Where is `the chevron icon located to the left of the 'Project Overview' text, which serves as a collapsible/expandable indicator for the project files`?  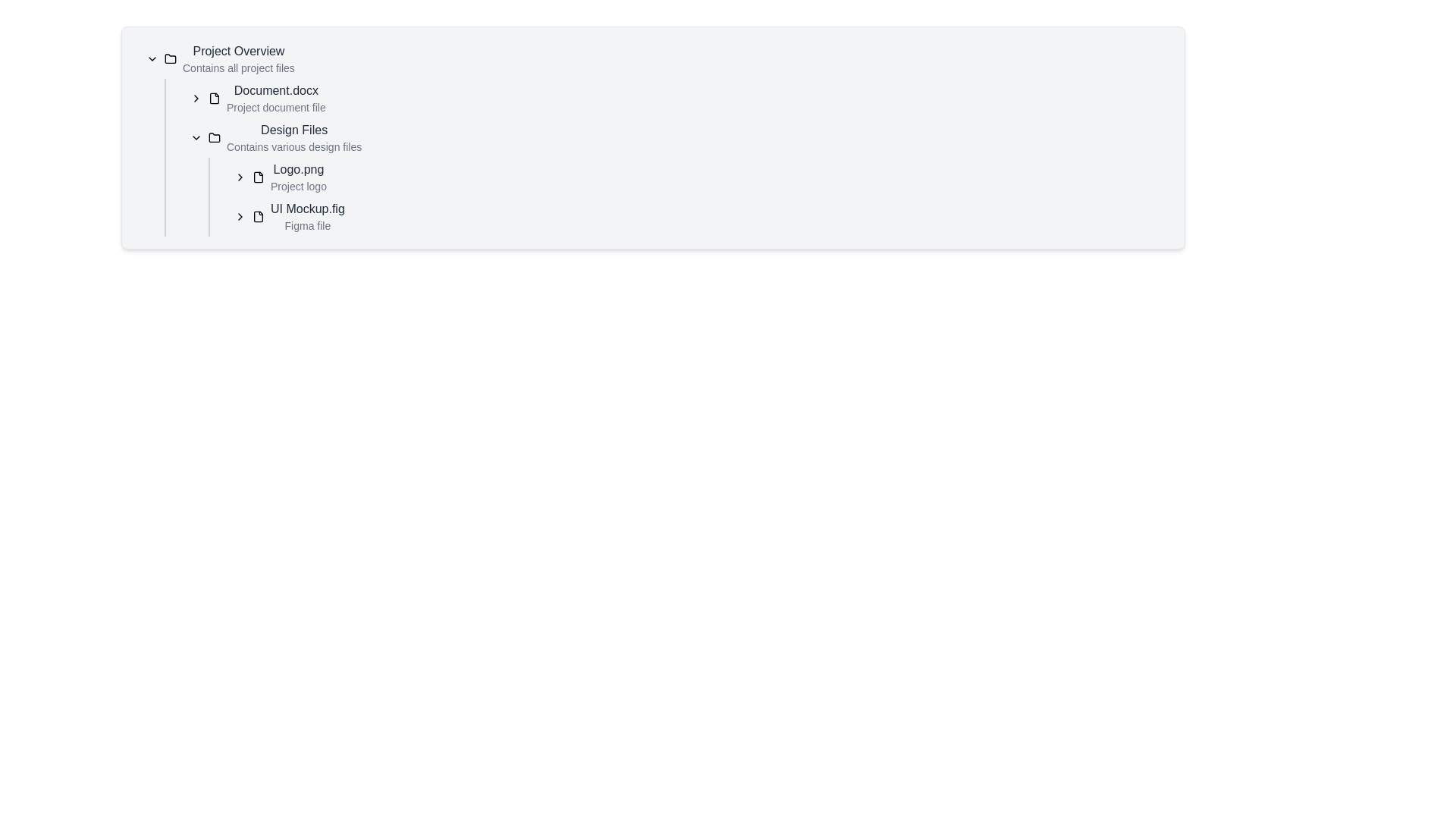
the chevron icon located to the left of the 'Project Overview' text, which serves as a collapsible/expandable indicator for the project files is located at coordinates (152, 58).